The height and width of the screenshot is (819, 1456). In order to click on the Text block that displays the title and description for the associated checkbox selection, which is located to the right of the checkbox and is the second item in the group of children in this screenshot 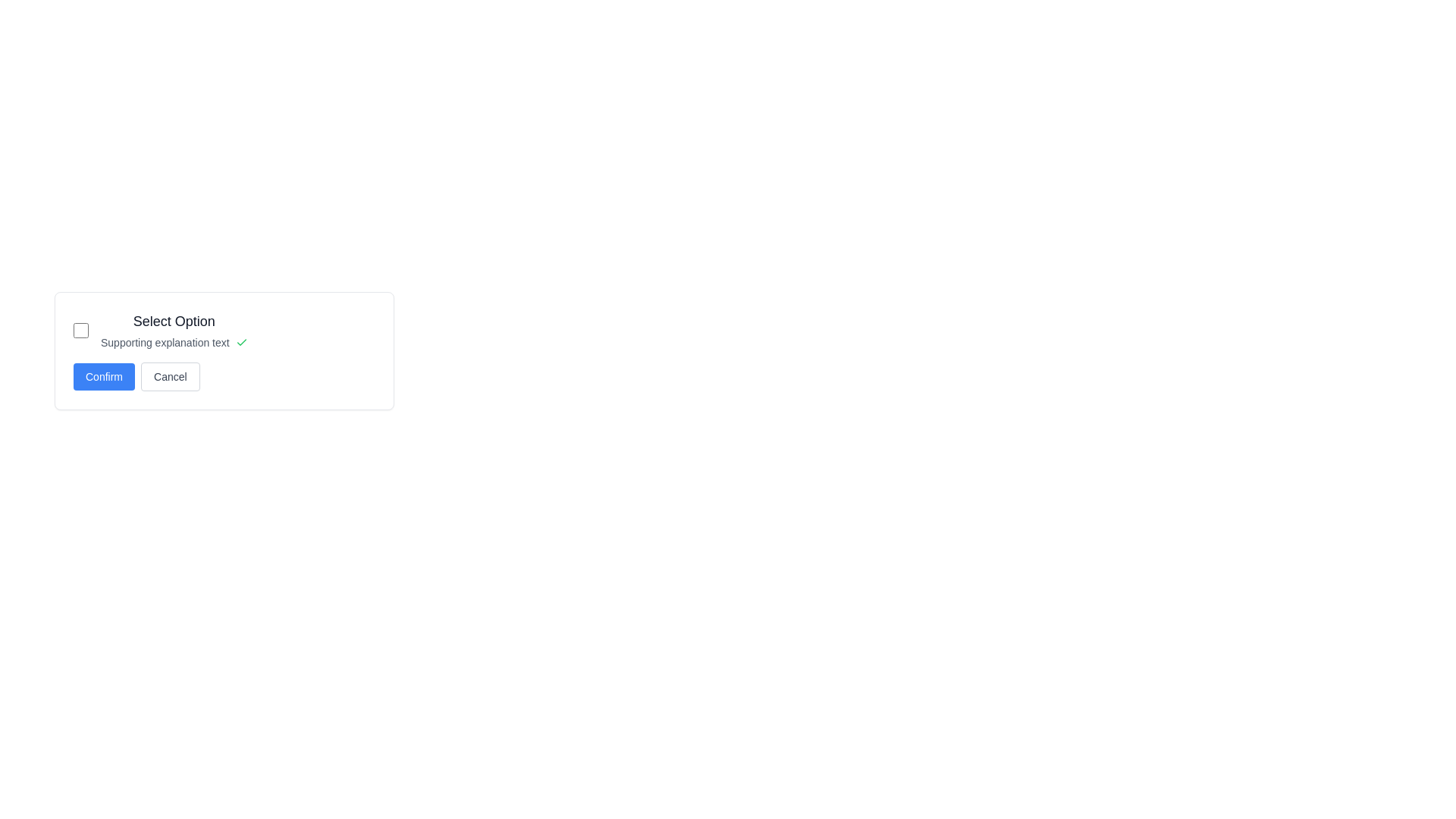, I will do `click(174, 329)`.